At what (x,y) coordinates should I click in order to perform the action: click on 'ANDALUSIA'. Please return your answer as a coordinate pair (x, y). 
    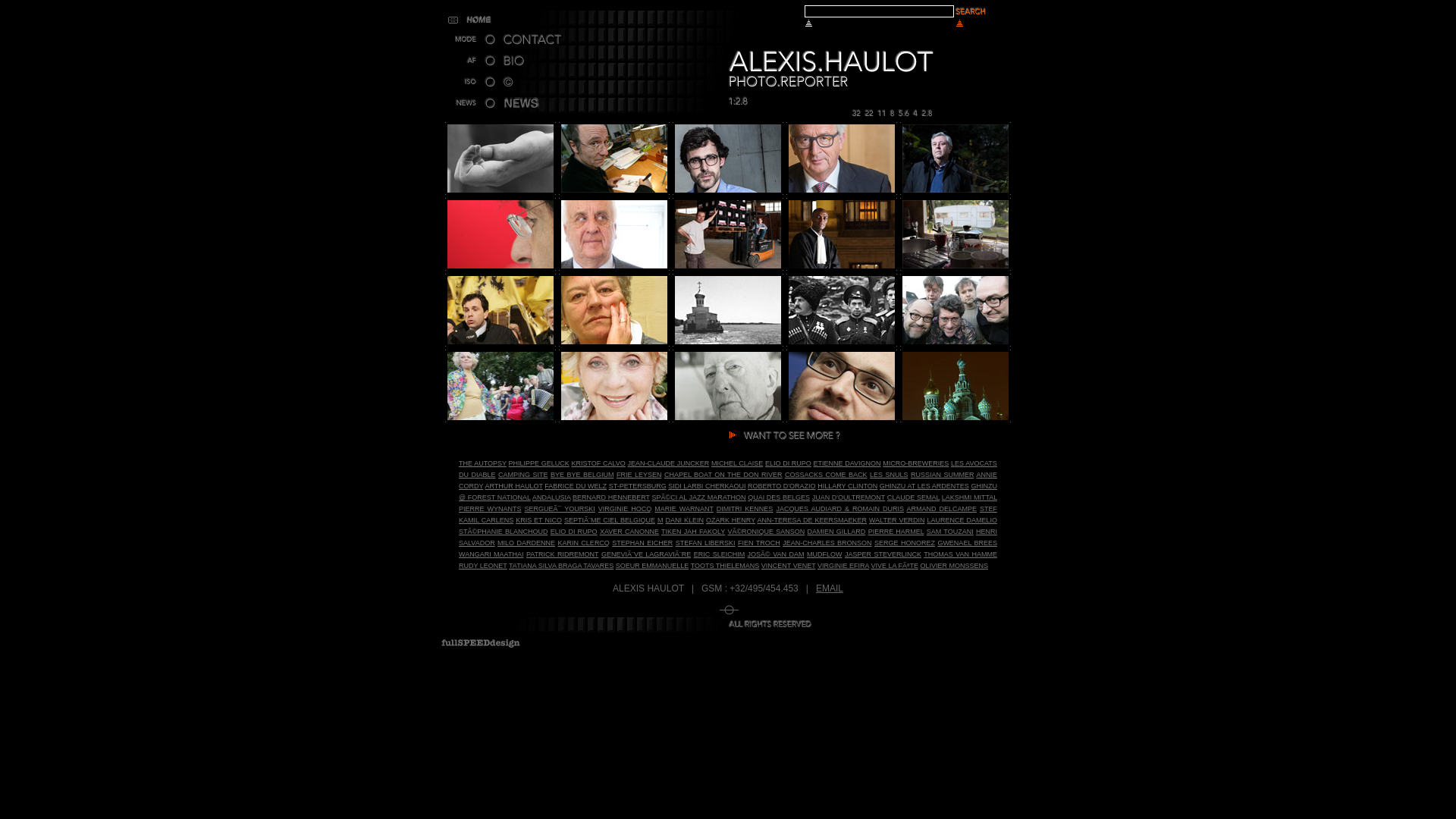
    Looking at the image, I should click on (551, 497).